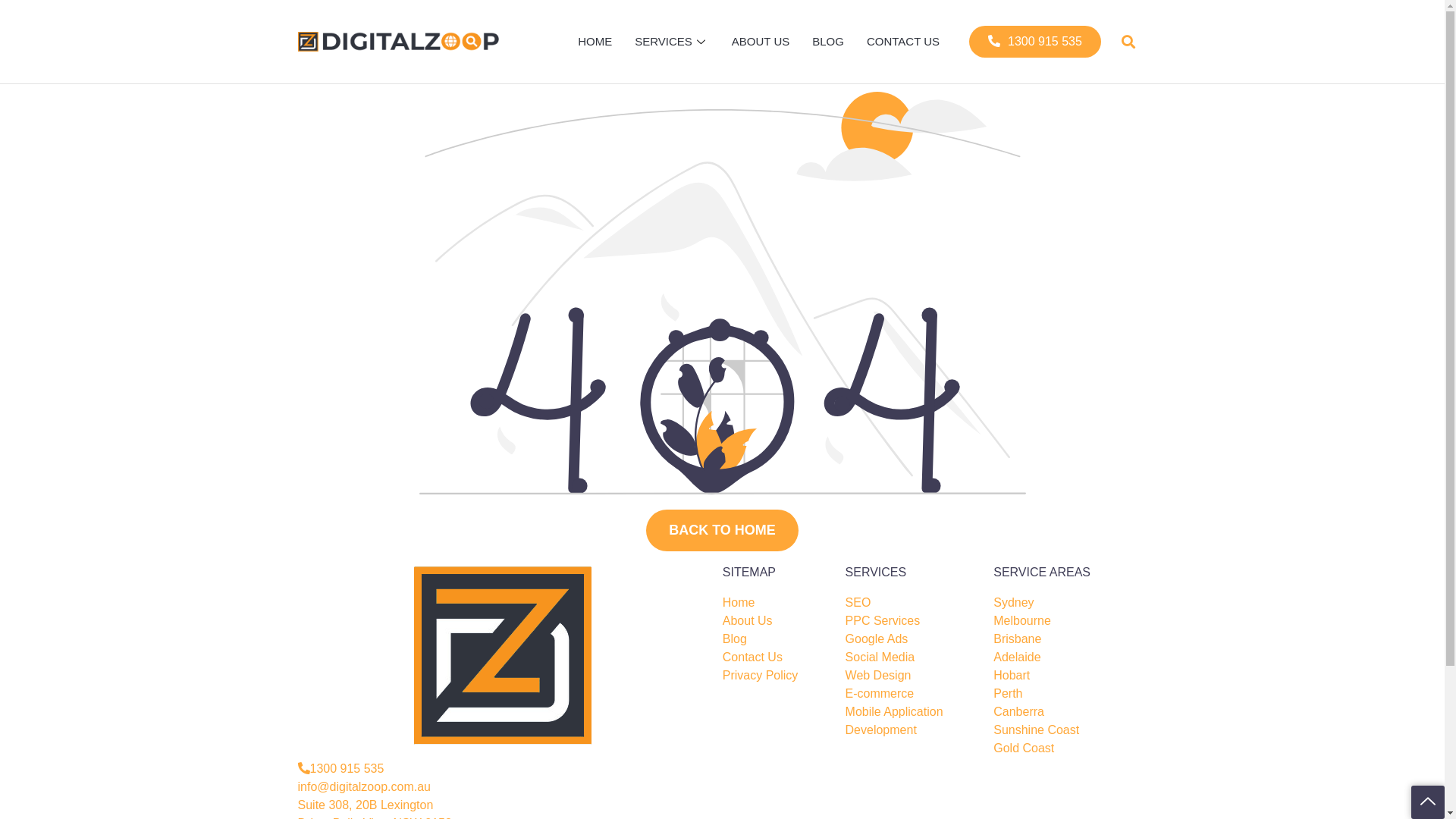 The height and width of the screenshot is (819, 1456). What do you see at coordinates (761, 675) in the screenshot?
I see `'Privacy Policy'` at bounding box center [761, 675].